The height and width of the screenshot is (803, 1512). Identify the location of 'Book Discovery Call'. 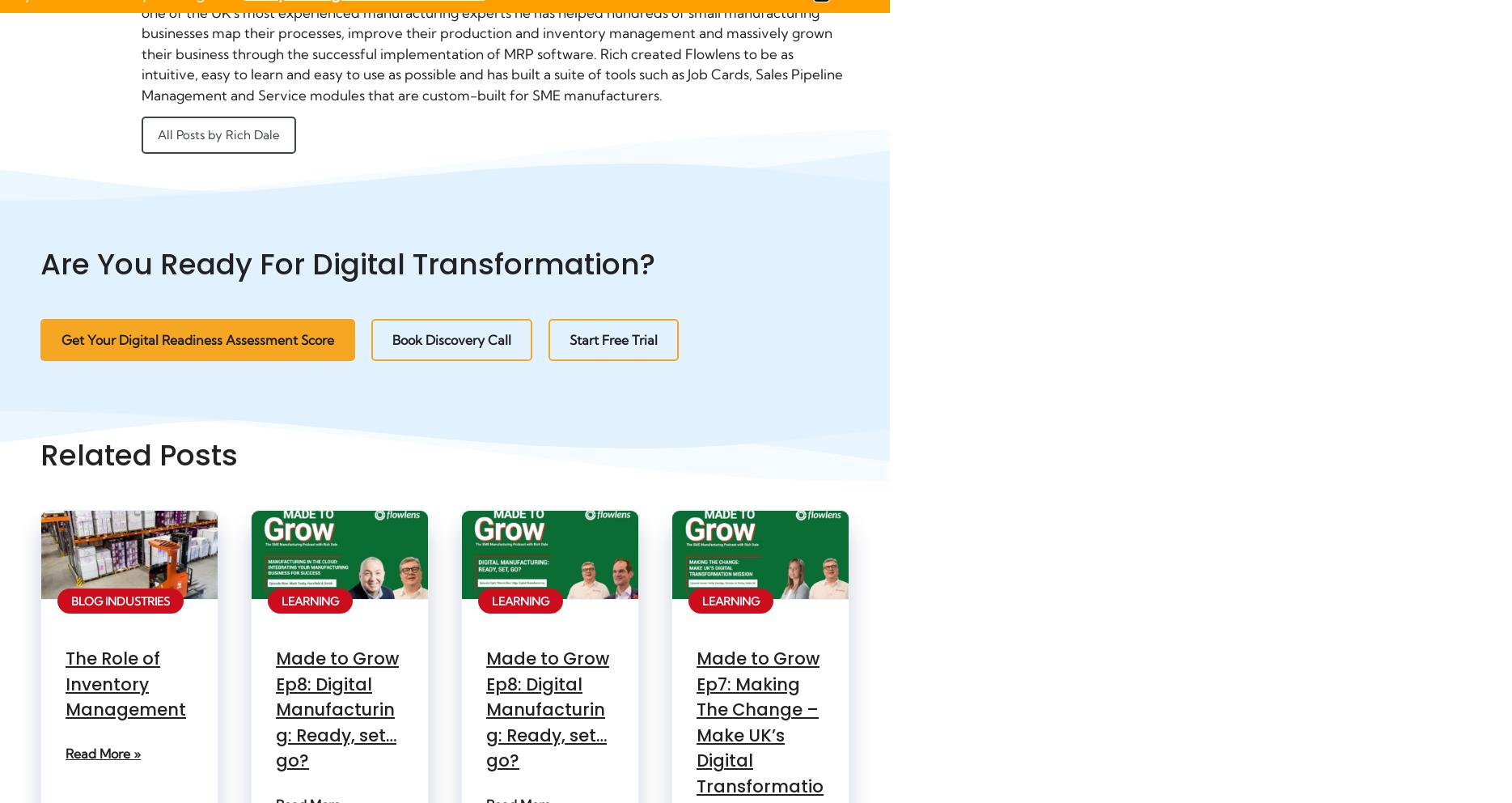
(451, 339).